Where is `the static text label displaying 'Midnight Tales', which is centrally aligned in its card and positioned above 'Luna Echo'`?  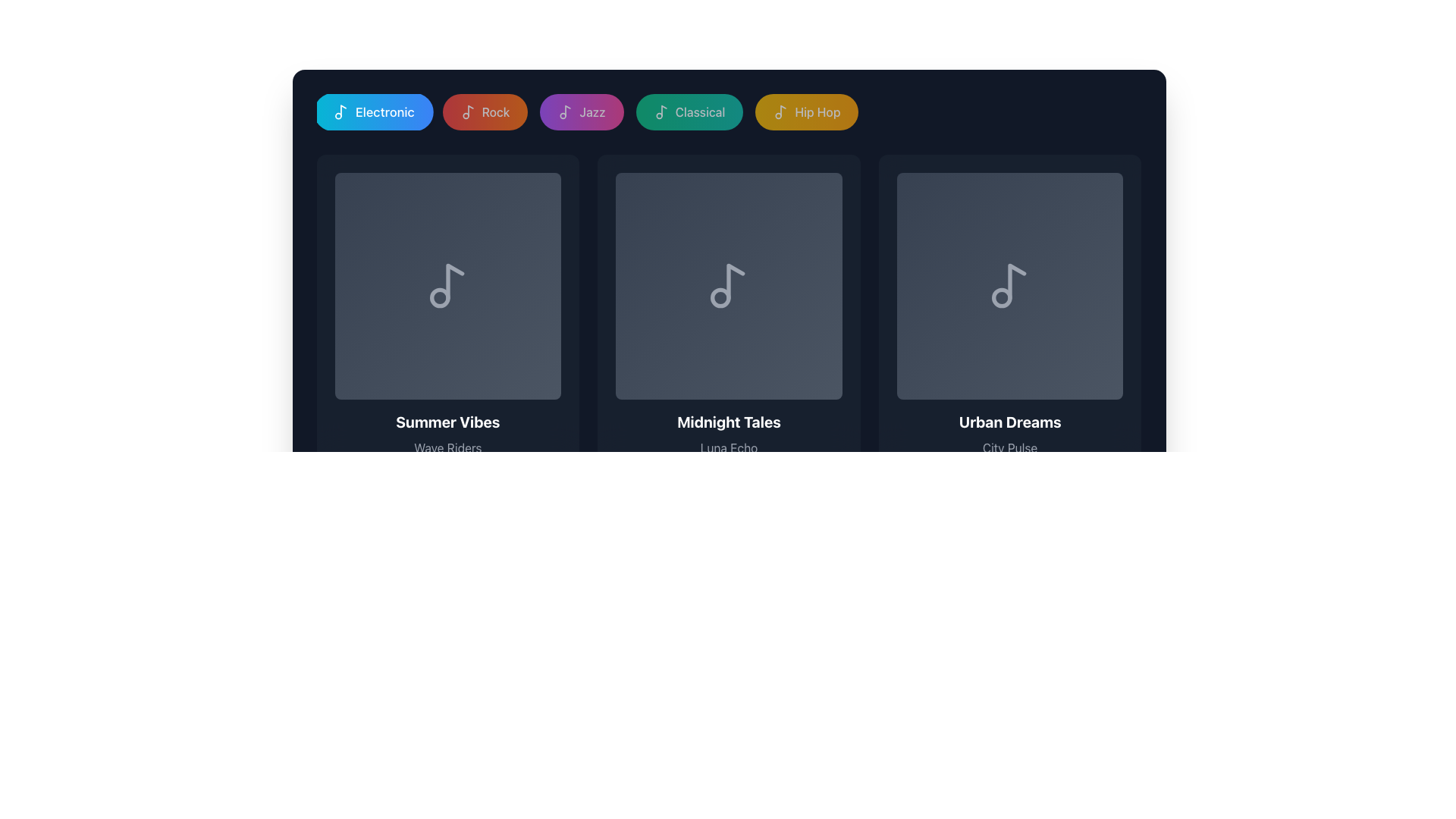 the static text label displaying 'Midnight Tales', which is centrally aligned in its card and positioned above 'Luna Echo' is located at coordinates (729, 422).